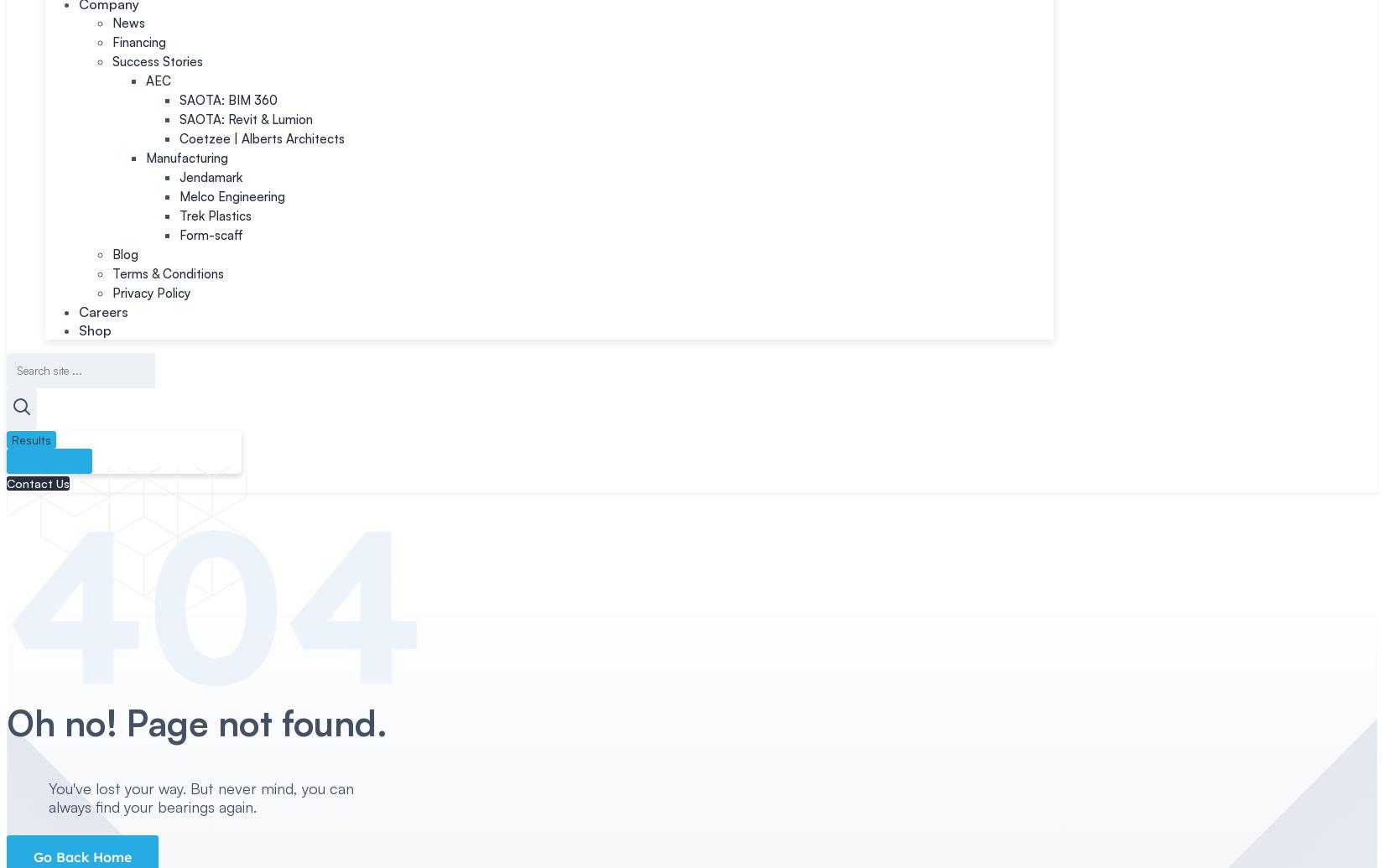  What do you see at coordinates (158, 81) in the screenshot?
I see `'AEC'` at bounding box center [158, 81].